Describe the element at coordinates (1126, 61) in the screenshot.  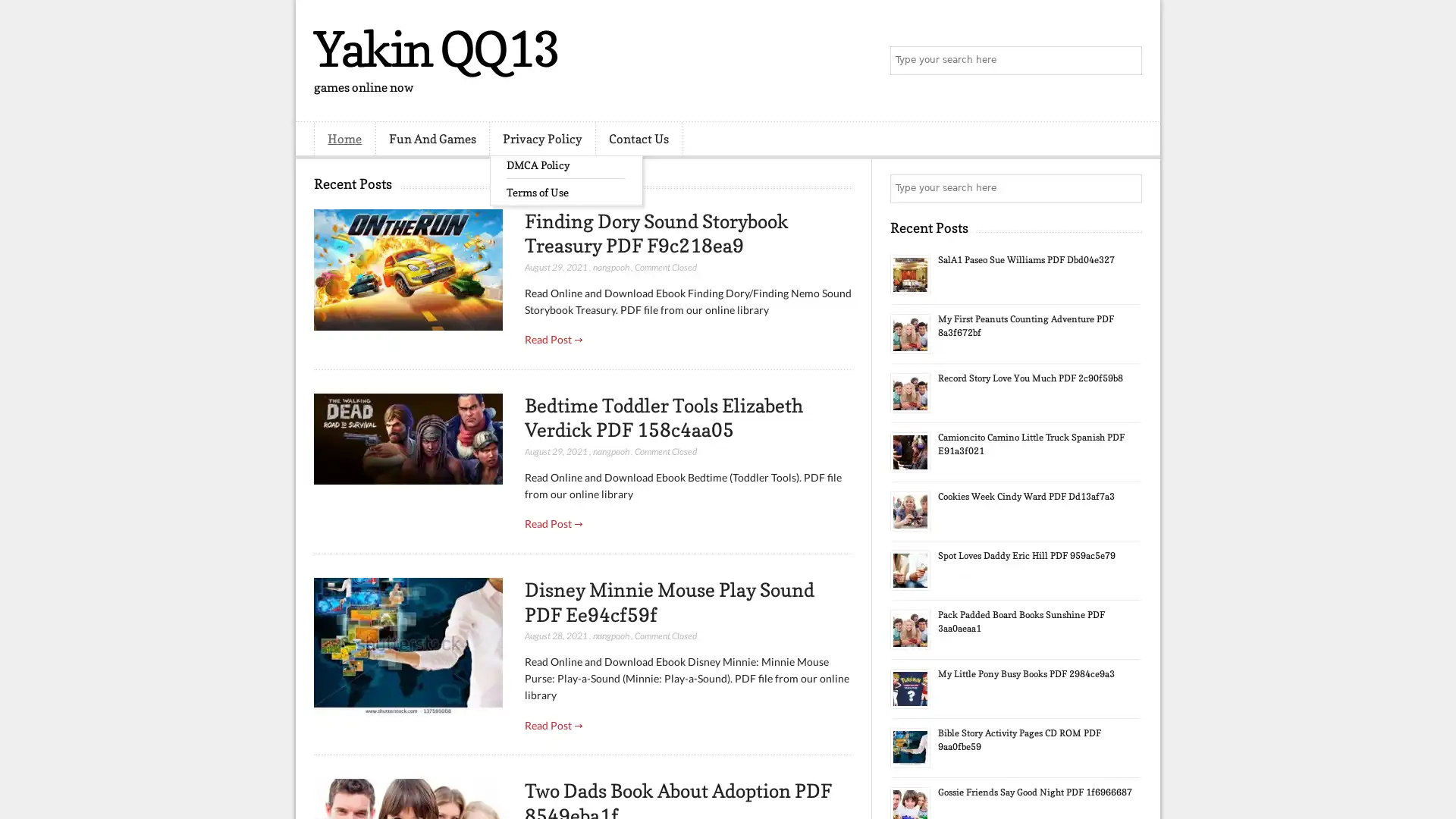
I see `Search` at that location.